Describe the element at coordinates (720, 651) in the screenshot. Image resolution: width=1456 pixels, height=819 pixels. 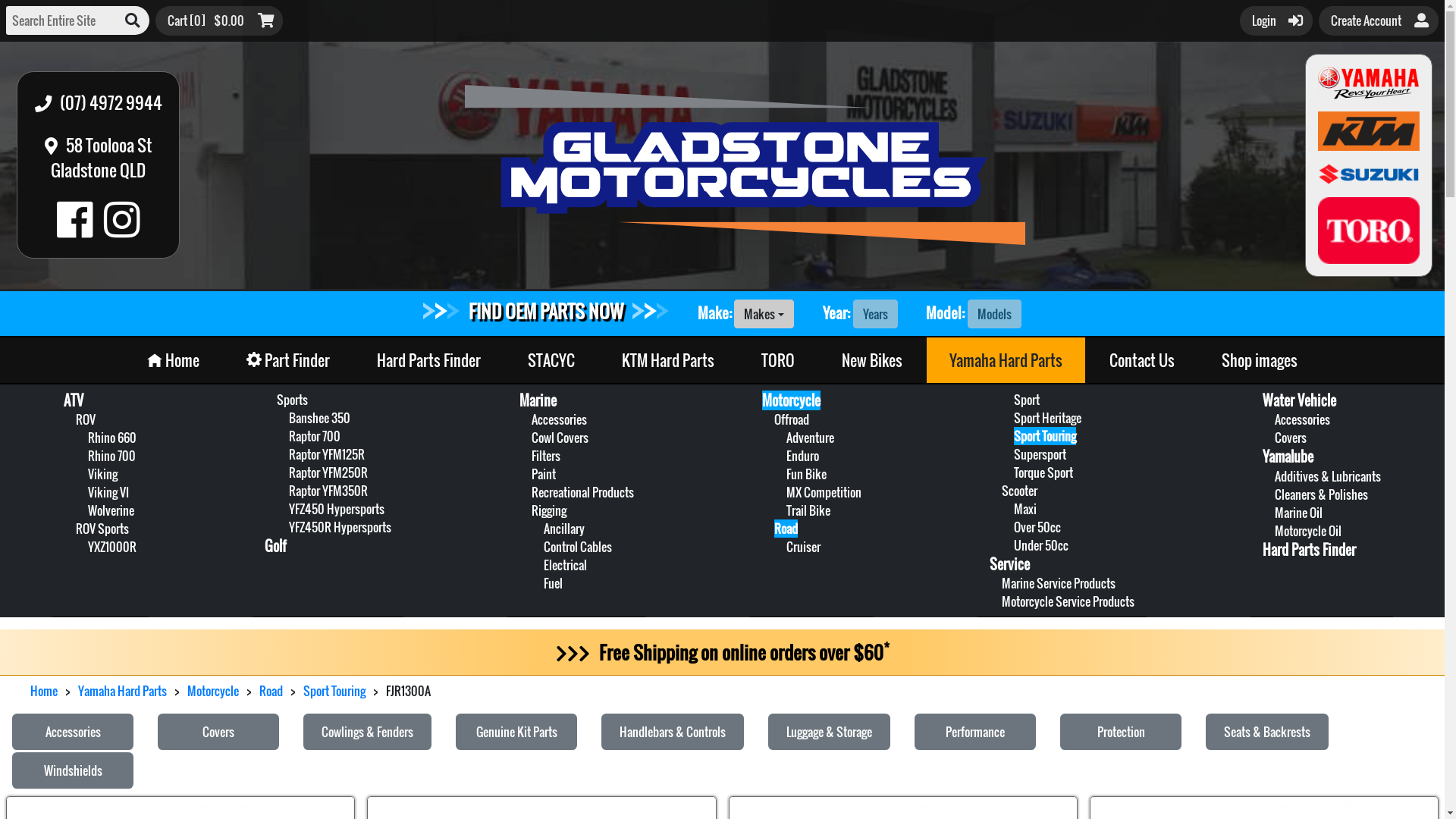
I see `'Free Shipping on online orders over $60*'` at that location.